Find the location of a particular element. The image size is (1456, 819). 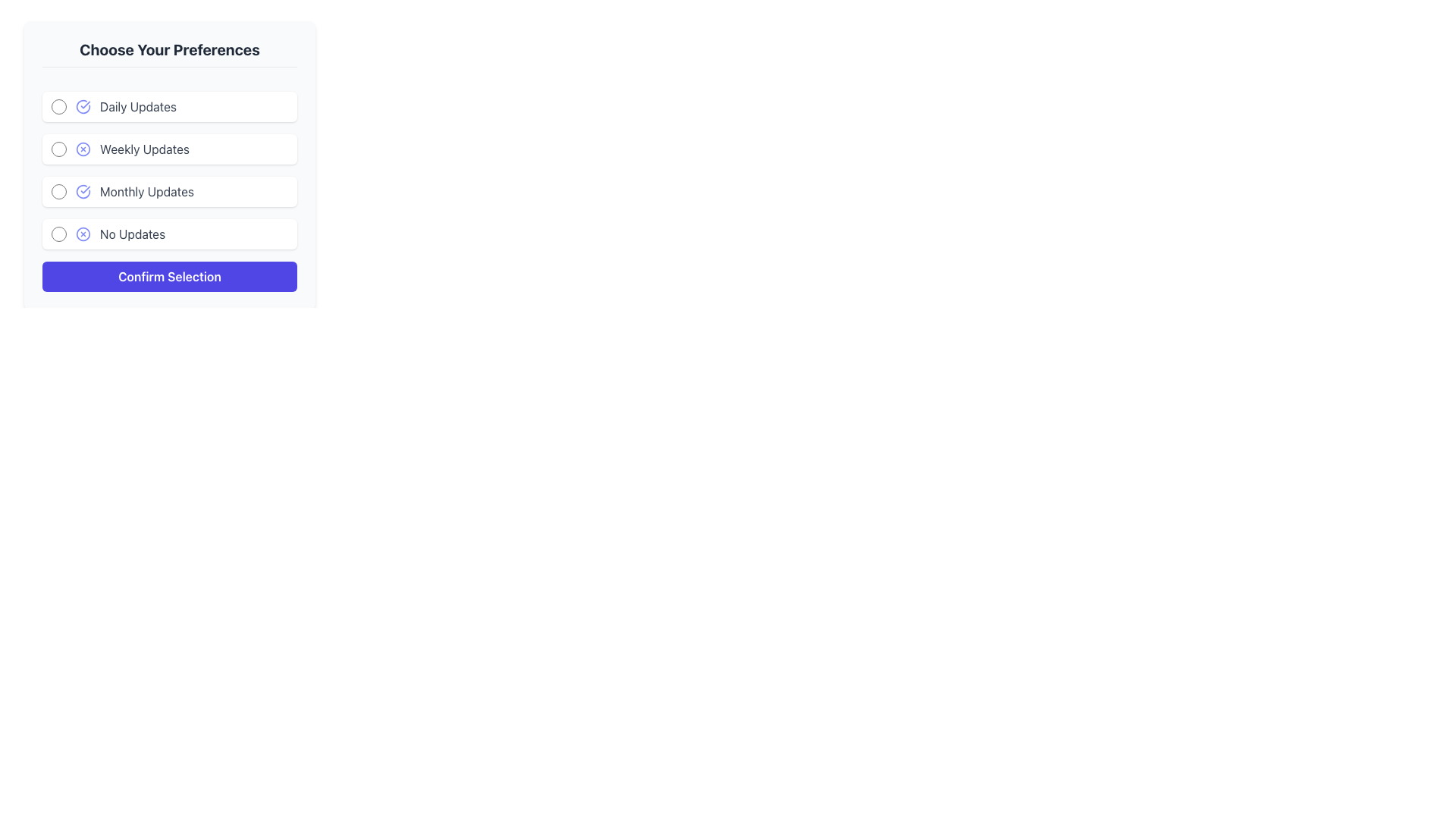

text label describing the 'Weekly Updates' radio button, which is positioned beneath 'Daily Updates' and above 'Monthly Updates' is located at coordinates (145, 149).